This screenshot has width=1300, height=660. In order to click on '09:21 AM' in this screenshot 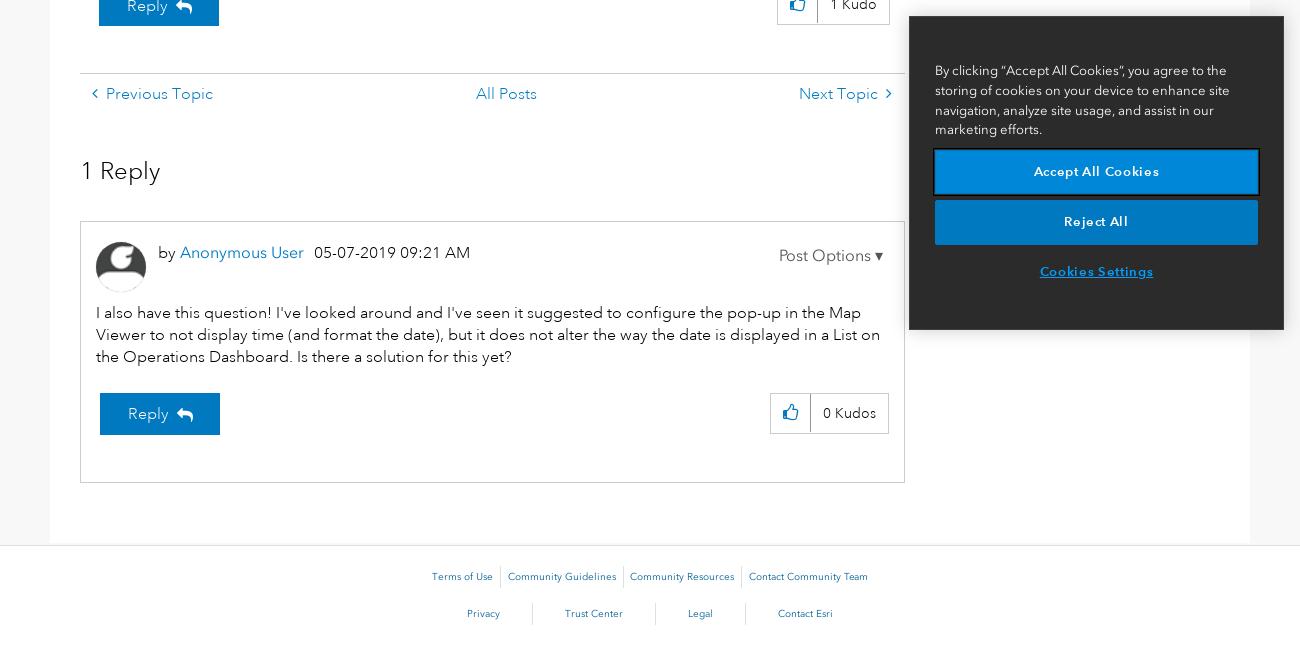, I will do `click(433, 250)`.